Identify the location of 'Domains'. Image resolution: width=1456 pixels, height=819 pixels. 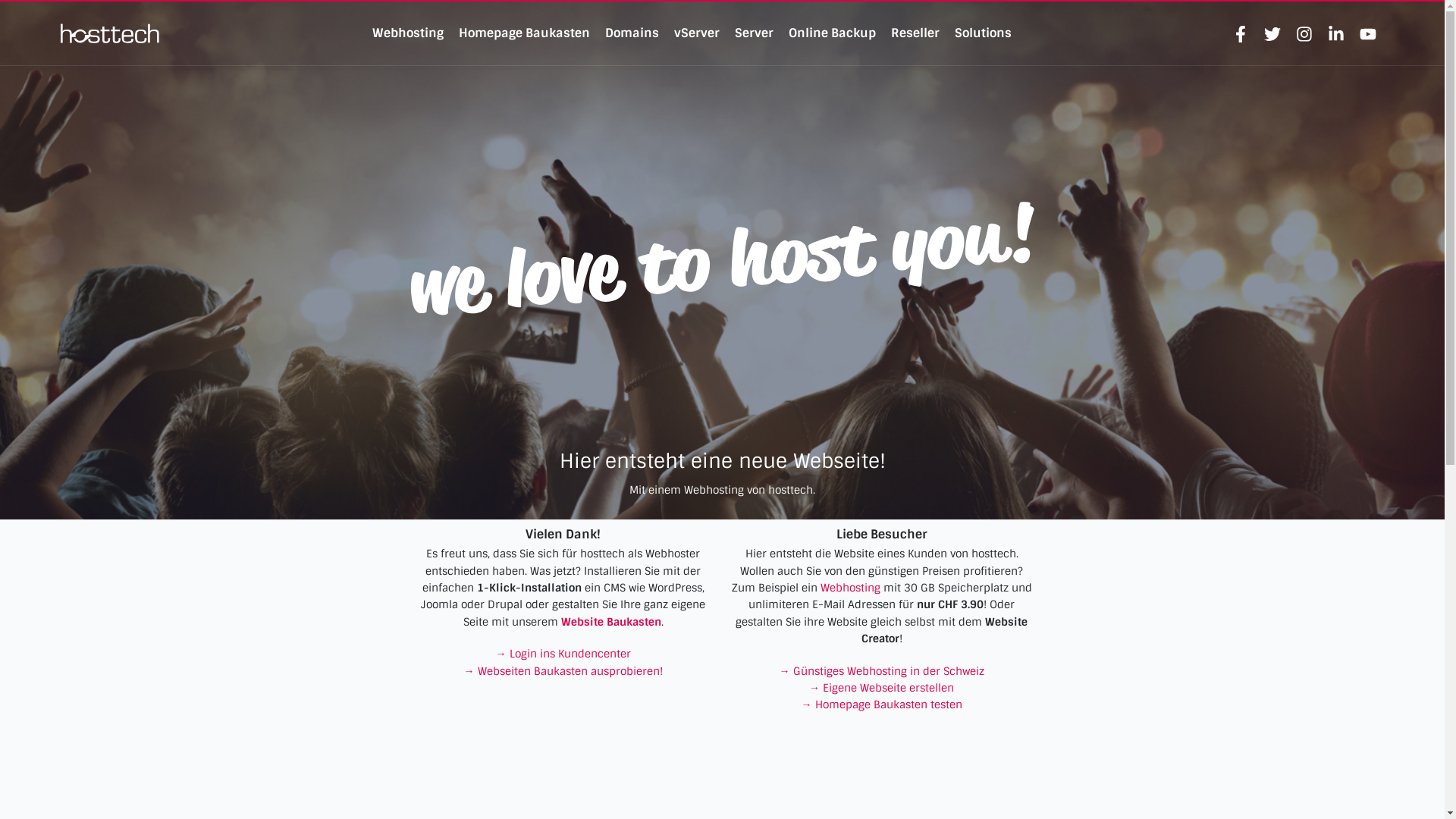
(632, 33).